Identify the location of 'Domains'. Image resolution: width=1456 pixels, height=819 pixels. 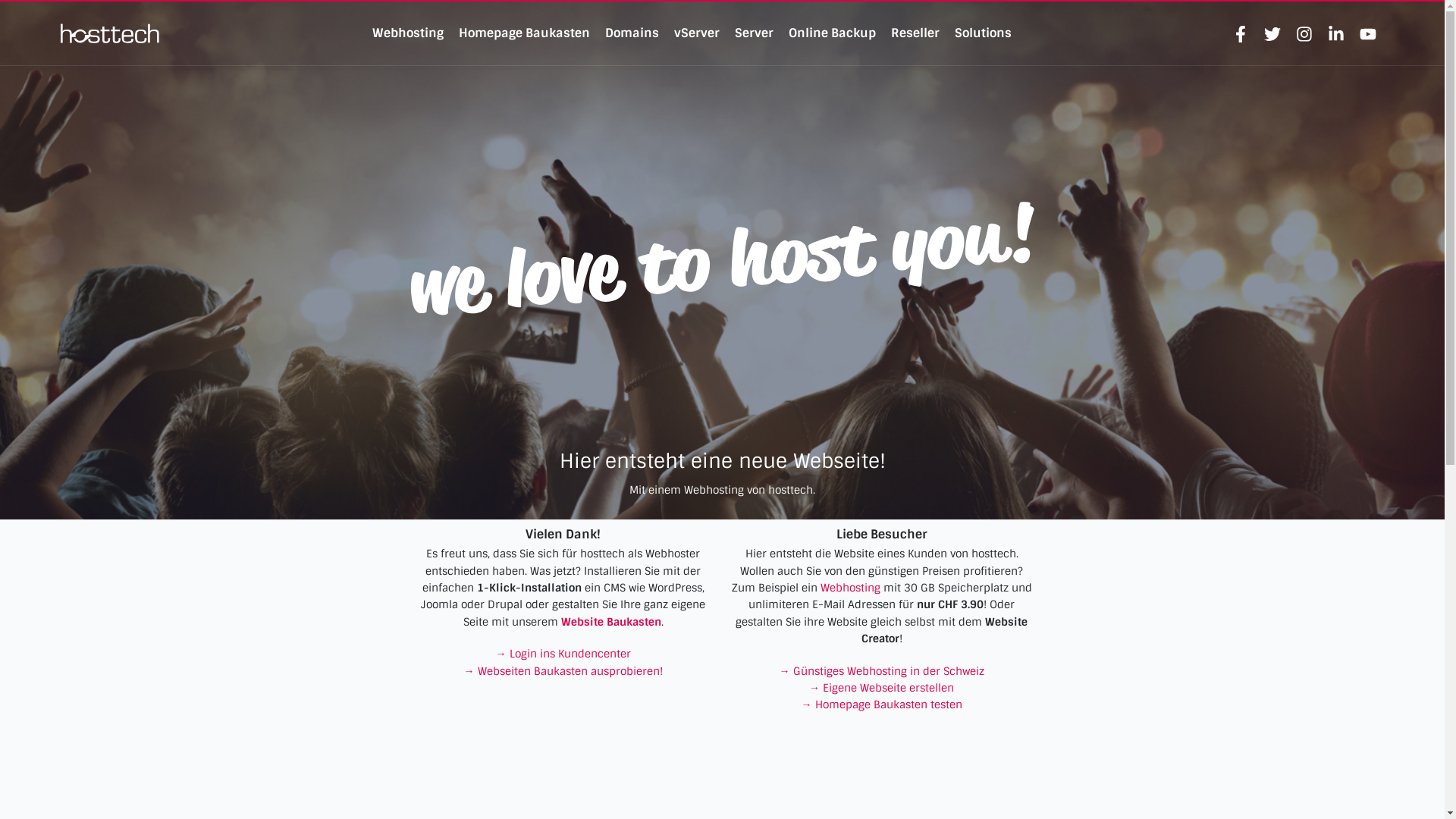
(632, 33).